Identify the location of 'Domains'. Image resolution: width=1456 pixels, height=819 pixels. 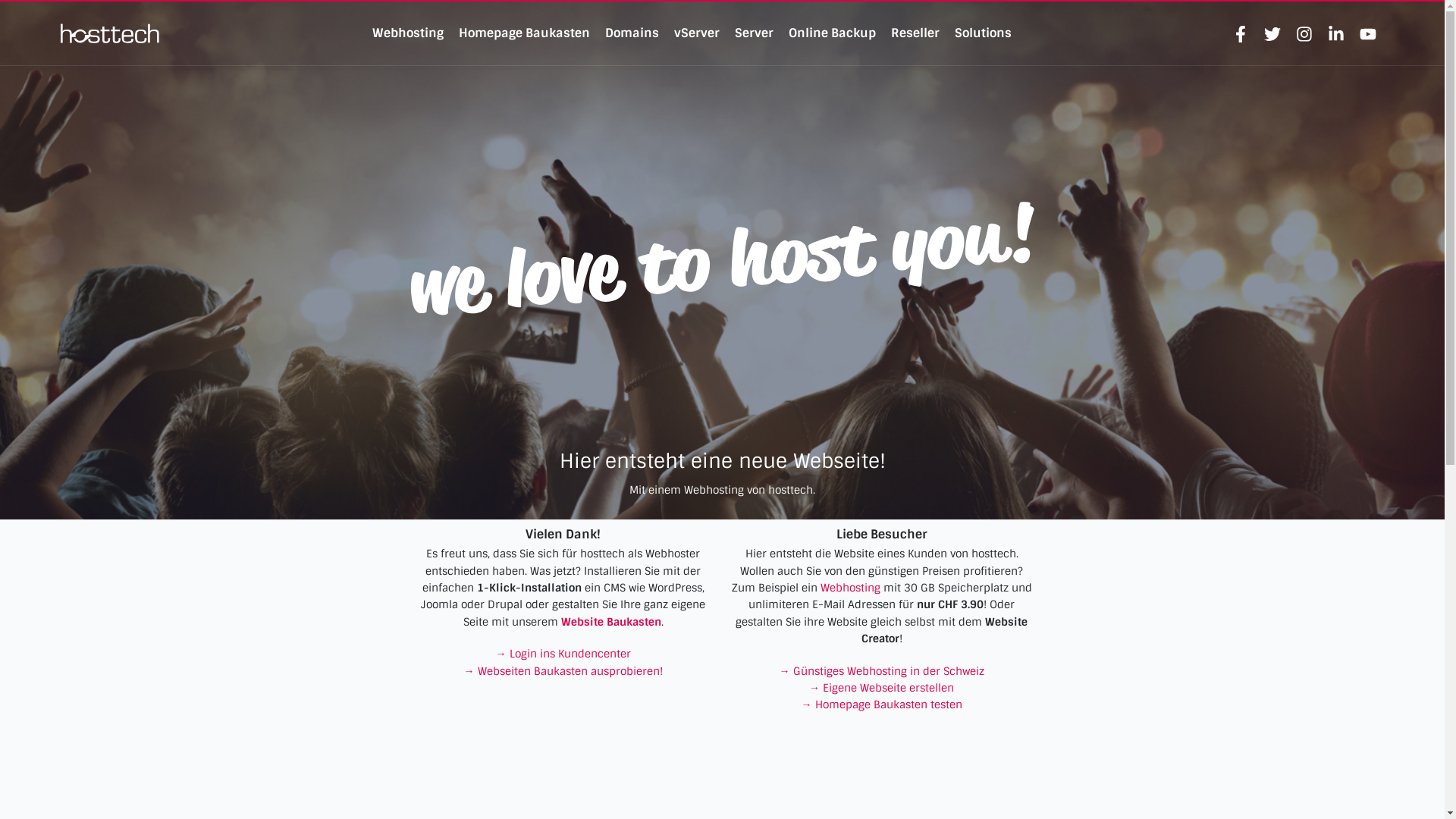
(632, 33).